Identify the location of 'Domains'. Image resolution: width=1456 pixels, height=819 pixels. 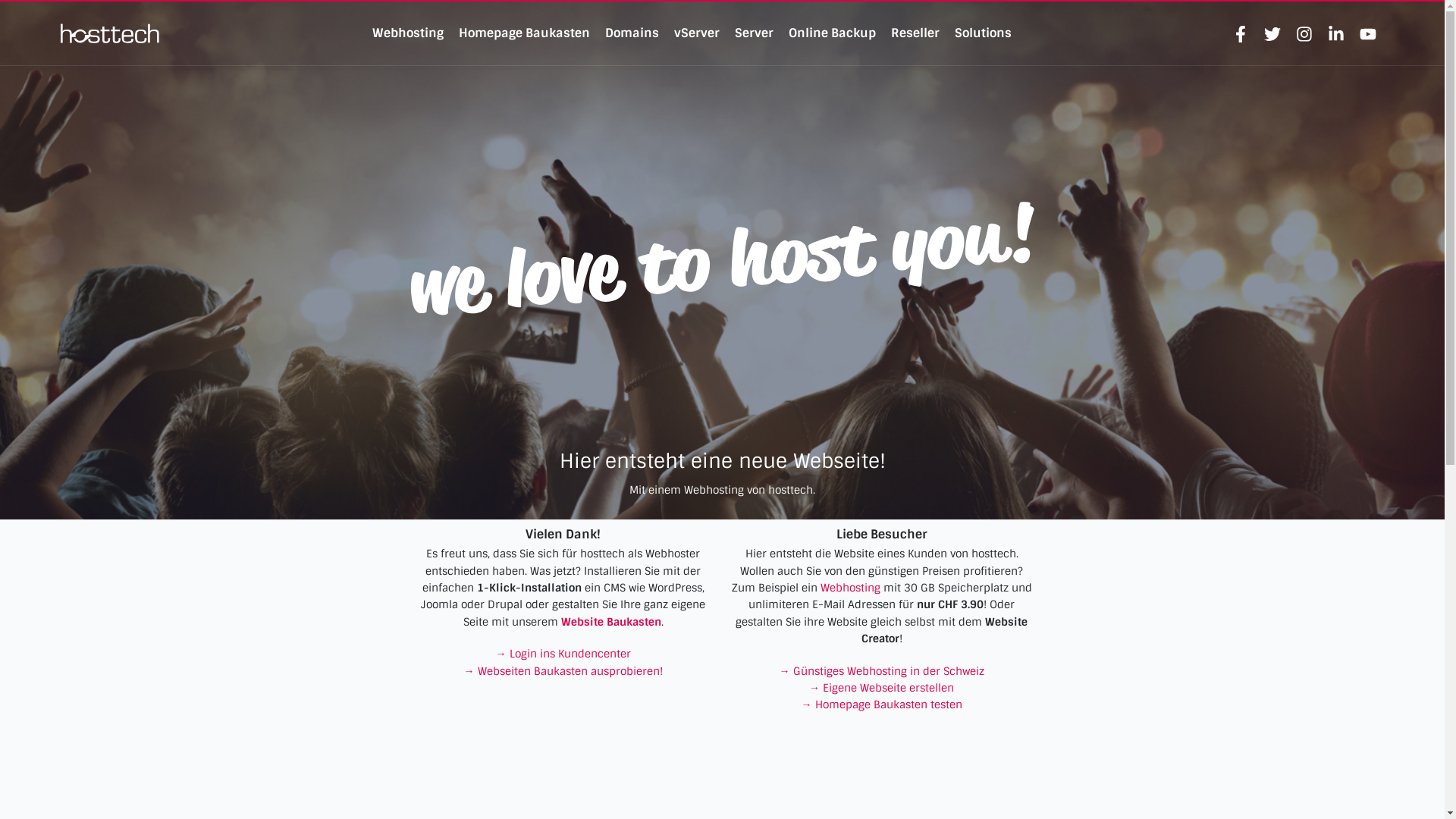
(632, 33).